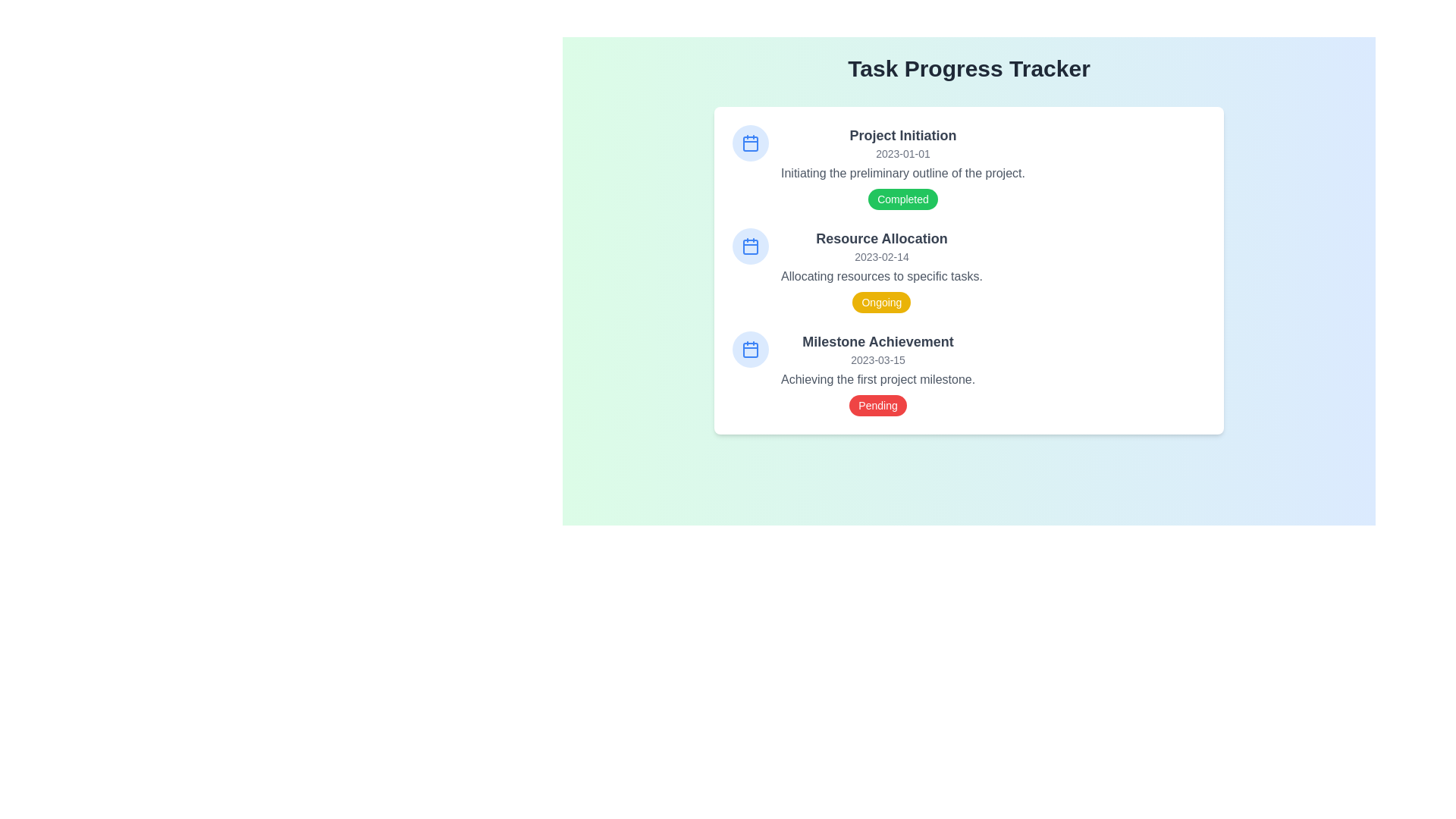  Describe the element at coordinates (968, 167) in the screenshot. I see `displayed information on the Task Card, which includes the title, date, description, and current status of a specific project phase, located at the center of the card area` at that location.